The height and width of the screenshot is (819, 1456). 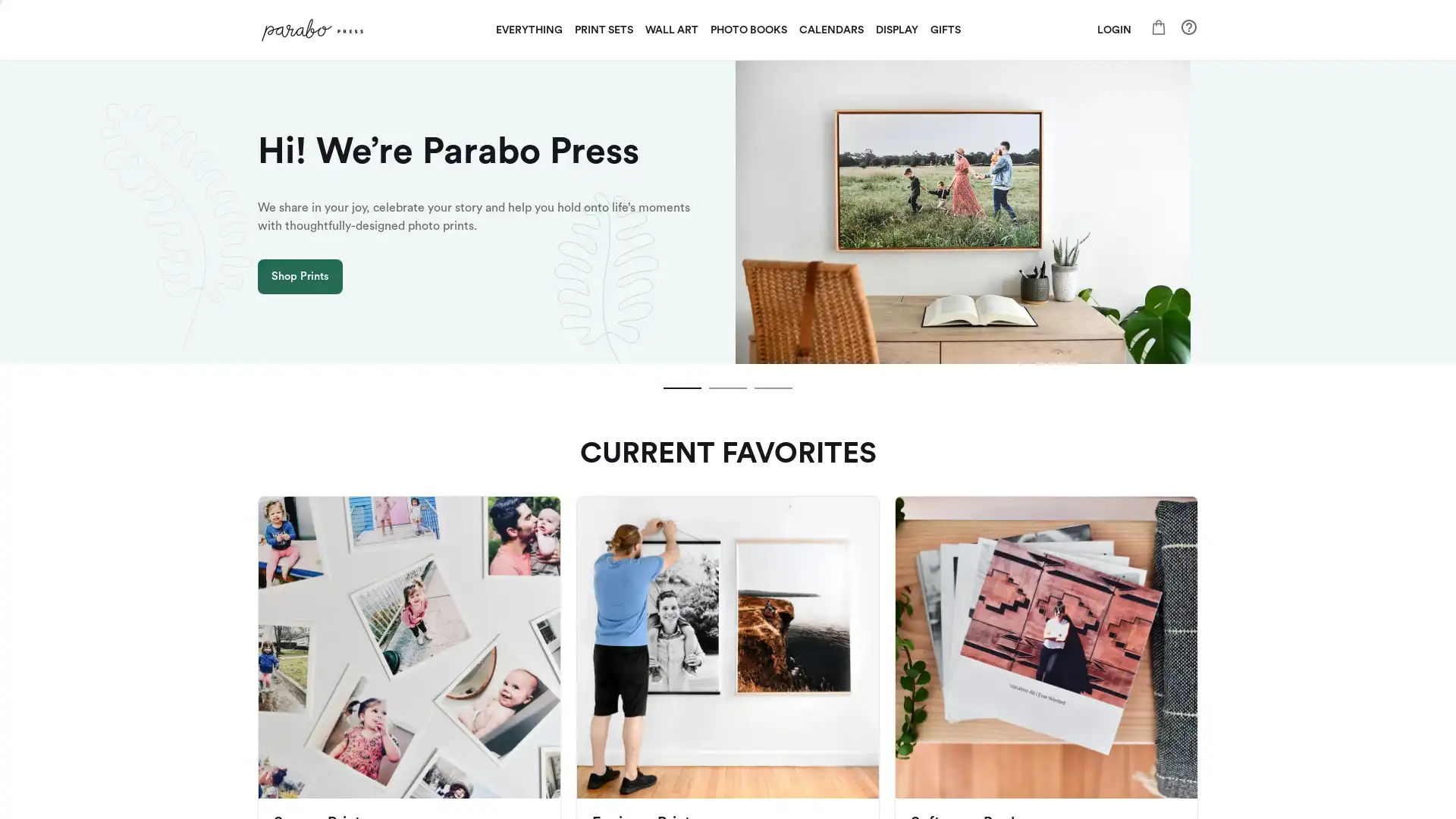 What do you see at coordinates (682, 388) in the screenshot?
I see `slide dot` at bounding box center [682, 388].